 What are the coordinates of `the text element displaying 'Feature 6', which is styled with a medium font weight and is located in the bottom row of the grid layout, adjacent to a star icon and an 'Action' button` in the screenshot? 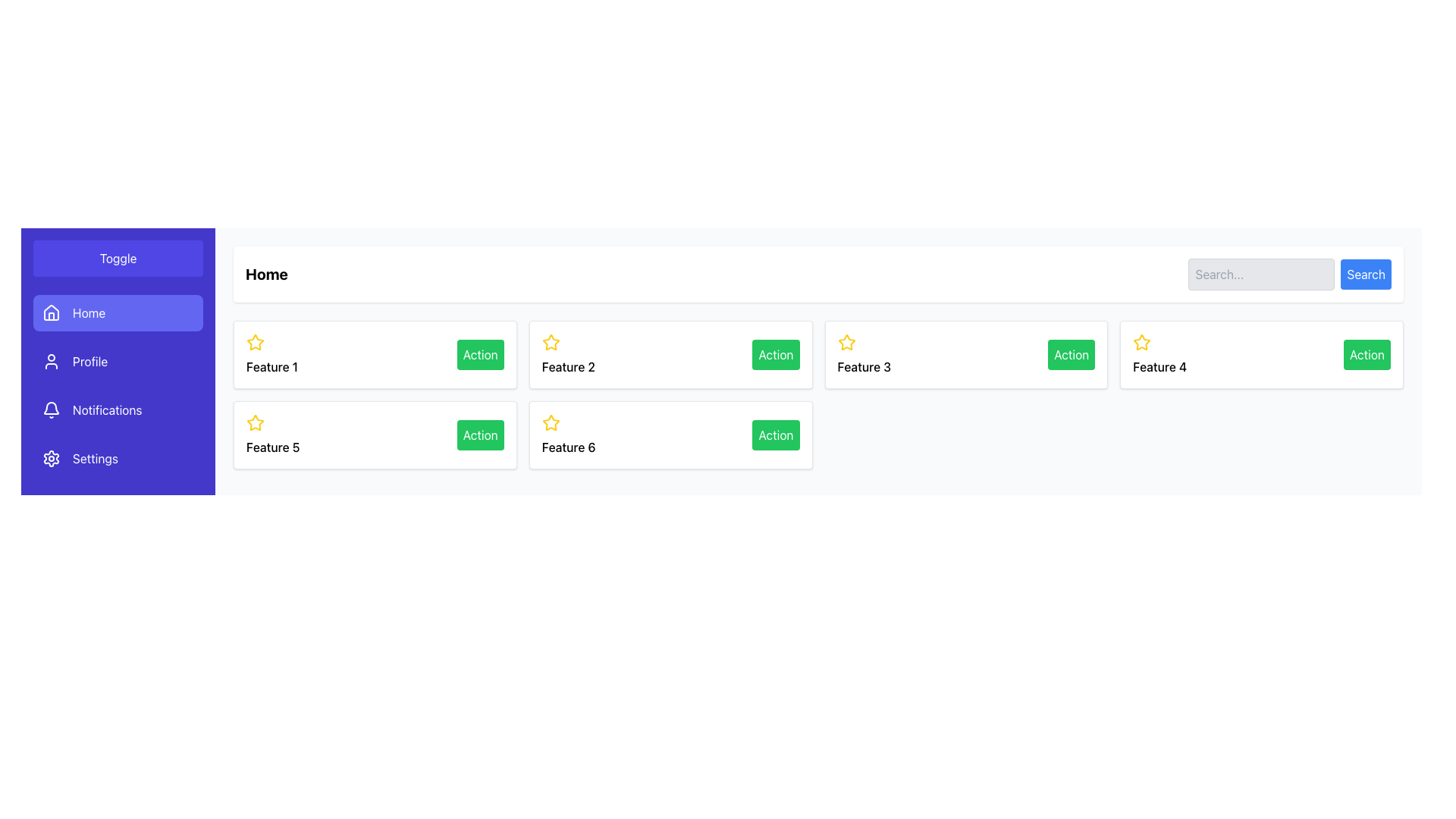 It's located at (568, 447).